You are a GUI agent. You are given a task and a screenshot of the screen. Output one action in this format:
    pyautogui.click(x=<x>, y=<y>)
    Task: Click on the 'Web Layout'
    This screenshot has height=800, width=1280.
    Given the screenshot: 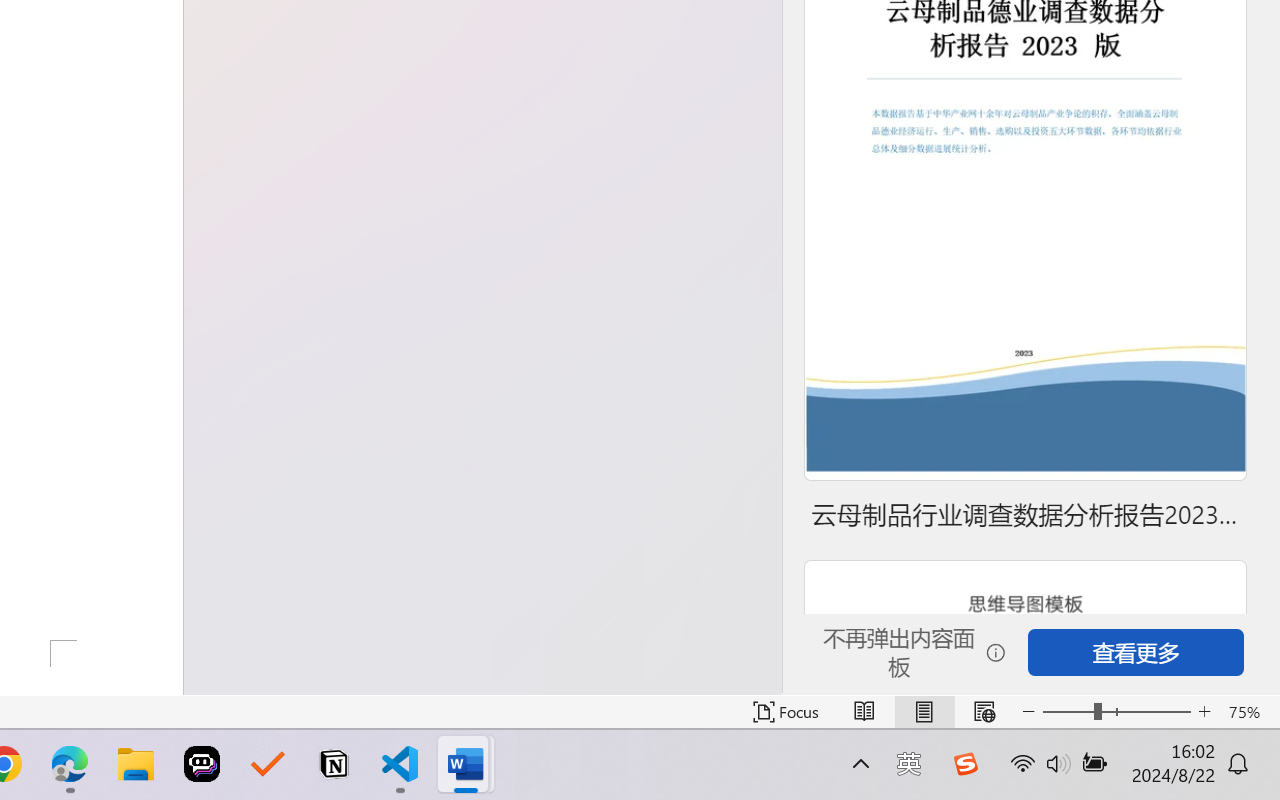 What is the action you would take?
    pyautogui.click(x=984, y=711)
    